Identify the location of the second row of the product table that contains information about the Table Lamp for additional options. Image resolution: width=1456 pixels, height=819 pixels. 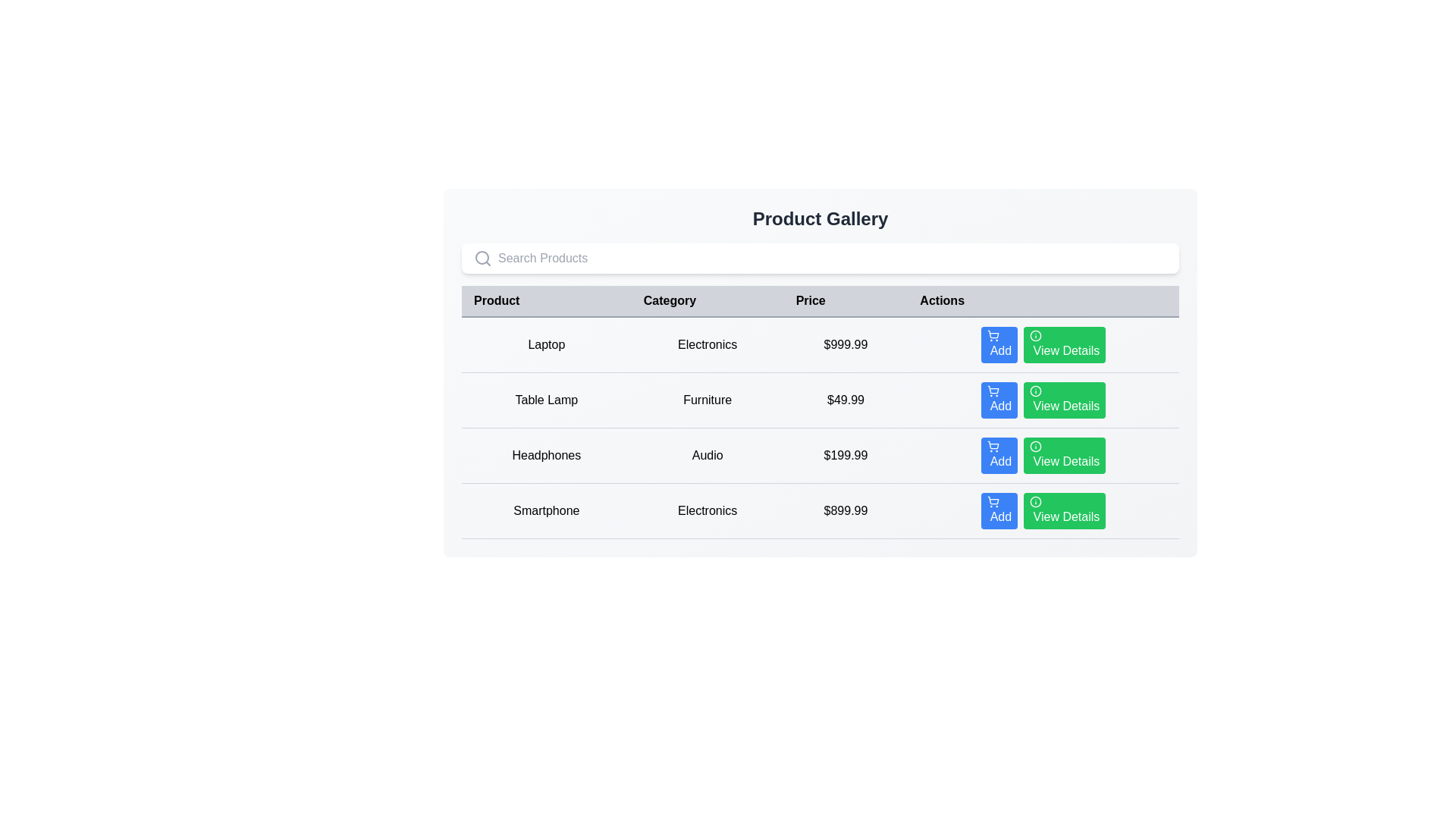
(819, 427).